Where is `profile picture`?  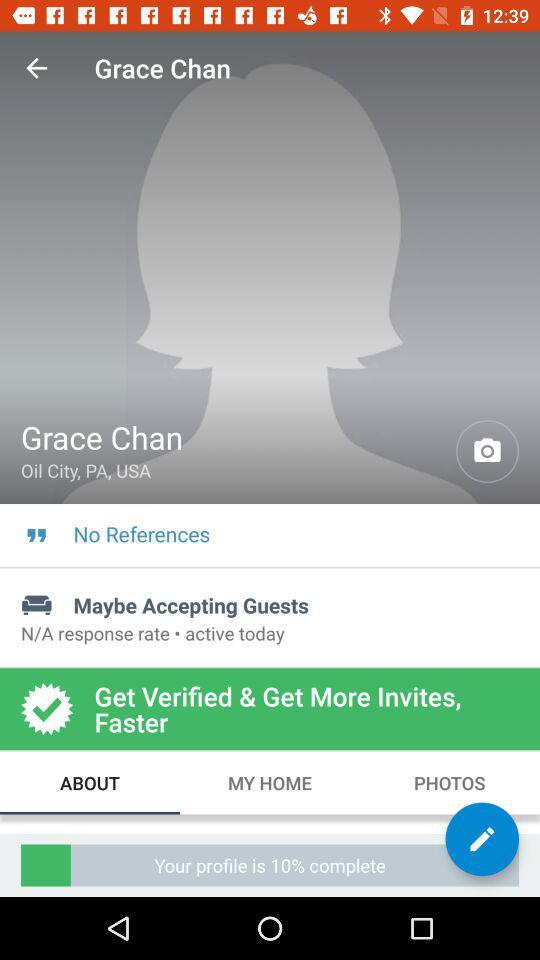 profile picture is located at coordinates (486, 451).